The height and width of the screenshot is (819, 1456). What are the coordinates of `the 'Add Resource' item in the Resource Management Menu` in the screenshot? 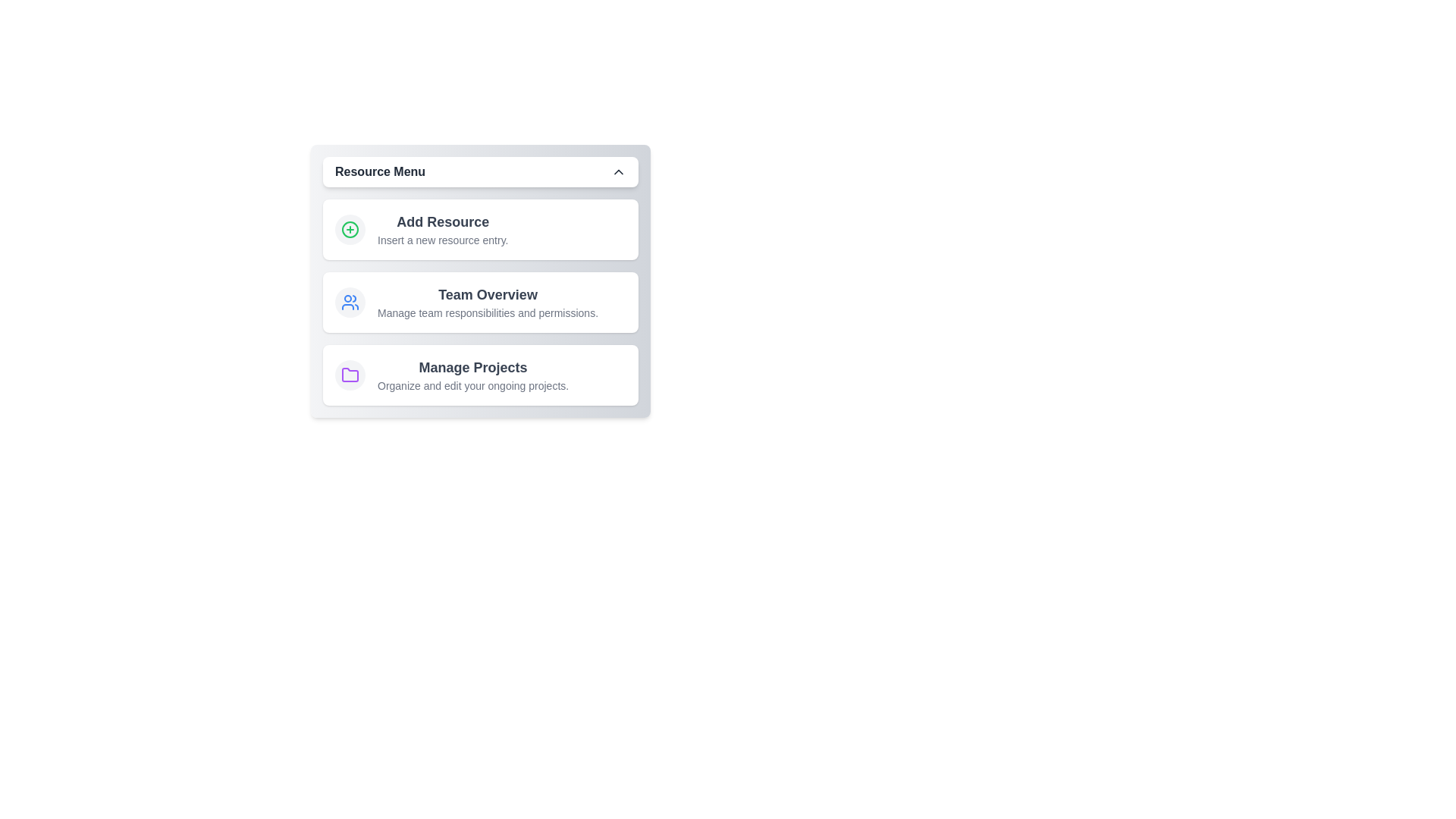 It's located at (479, 230).